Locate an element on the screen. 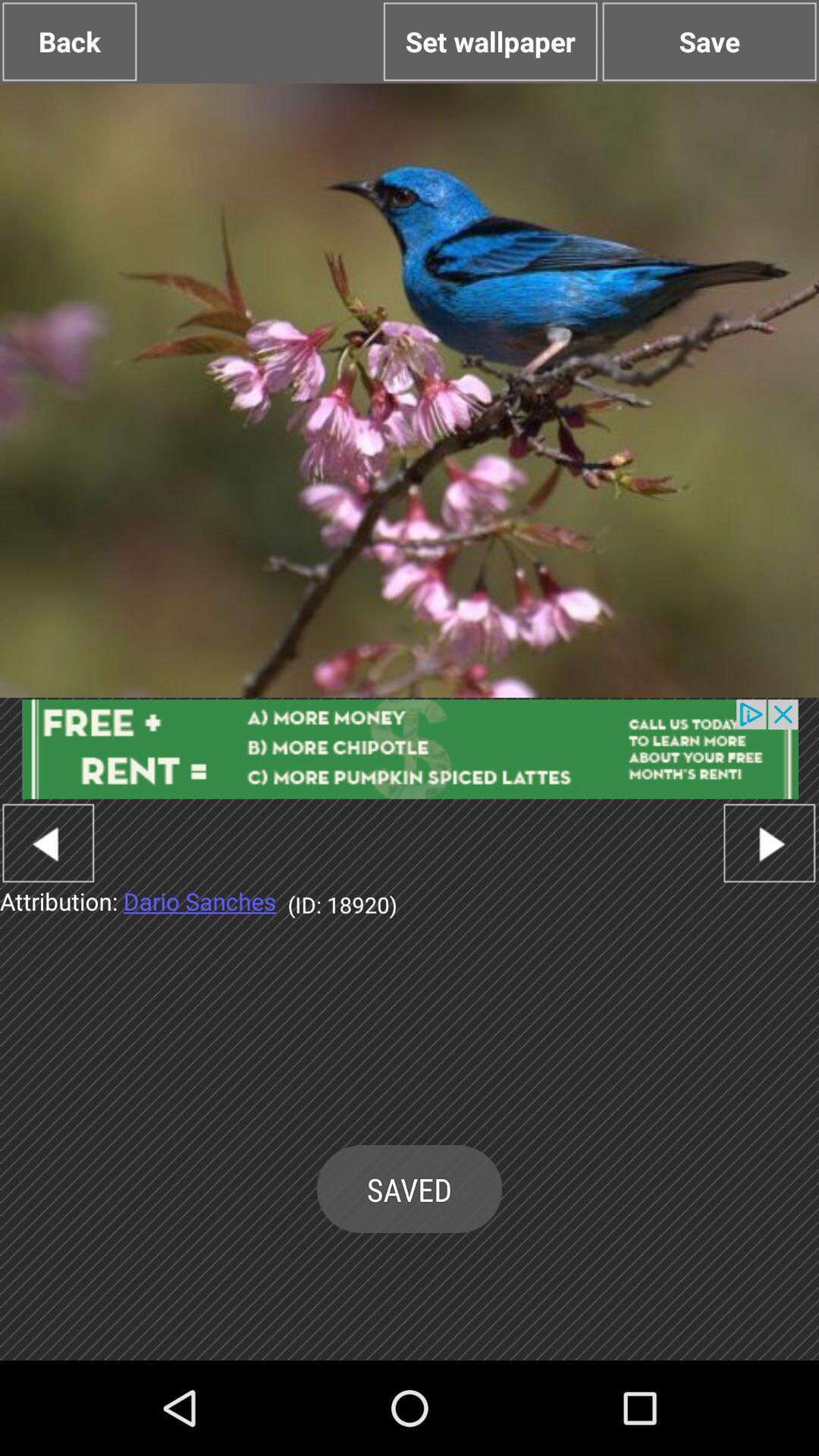  the next option is located at coordinates (769, 842).